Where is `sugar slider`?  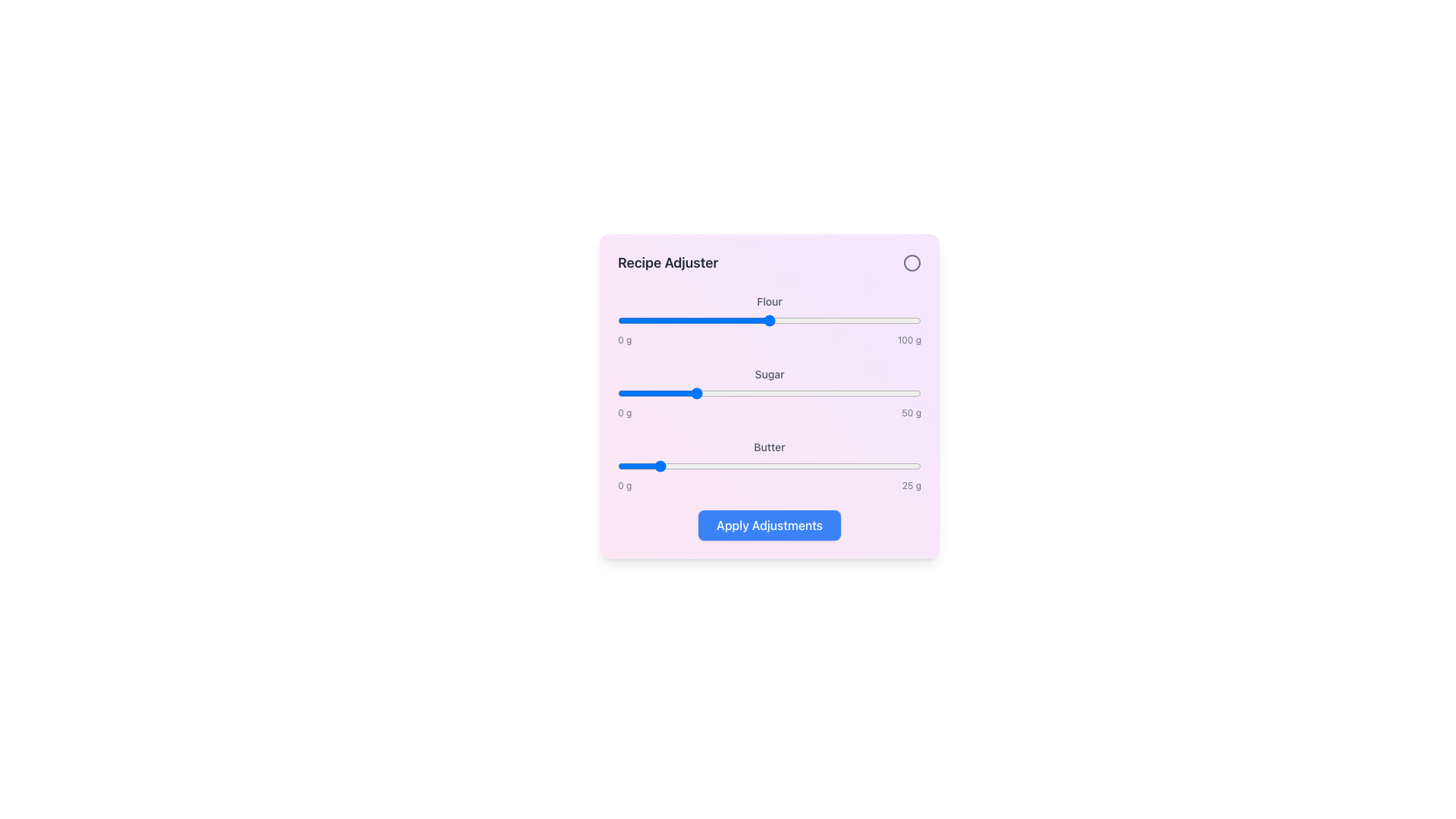 sugar slider is located at coordinates (741, 393).